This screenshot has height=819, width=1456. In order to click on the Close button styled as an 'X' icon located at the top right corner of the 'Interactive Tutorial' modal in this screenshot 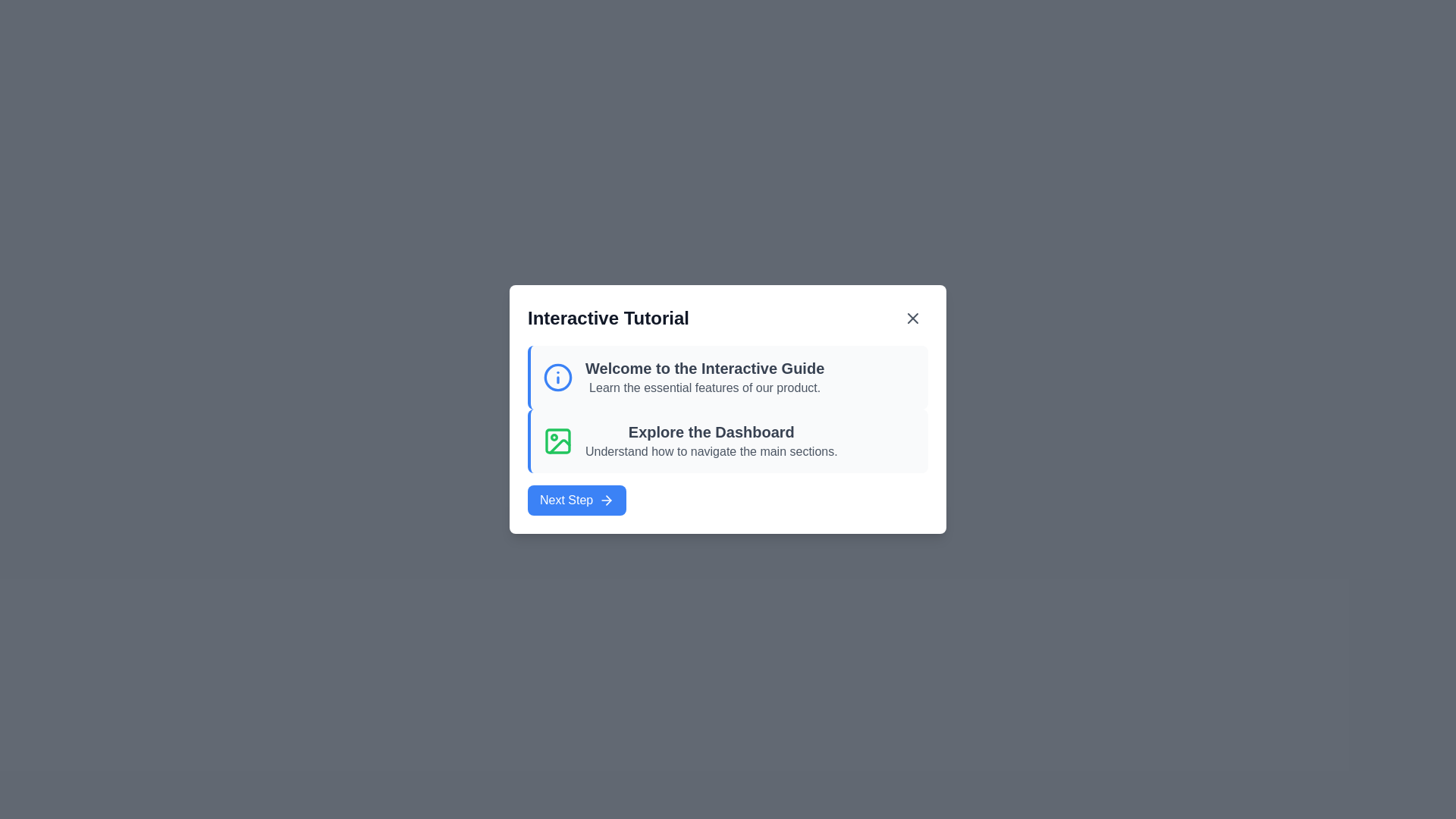, I will do `click(912, 318)`.